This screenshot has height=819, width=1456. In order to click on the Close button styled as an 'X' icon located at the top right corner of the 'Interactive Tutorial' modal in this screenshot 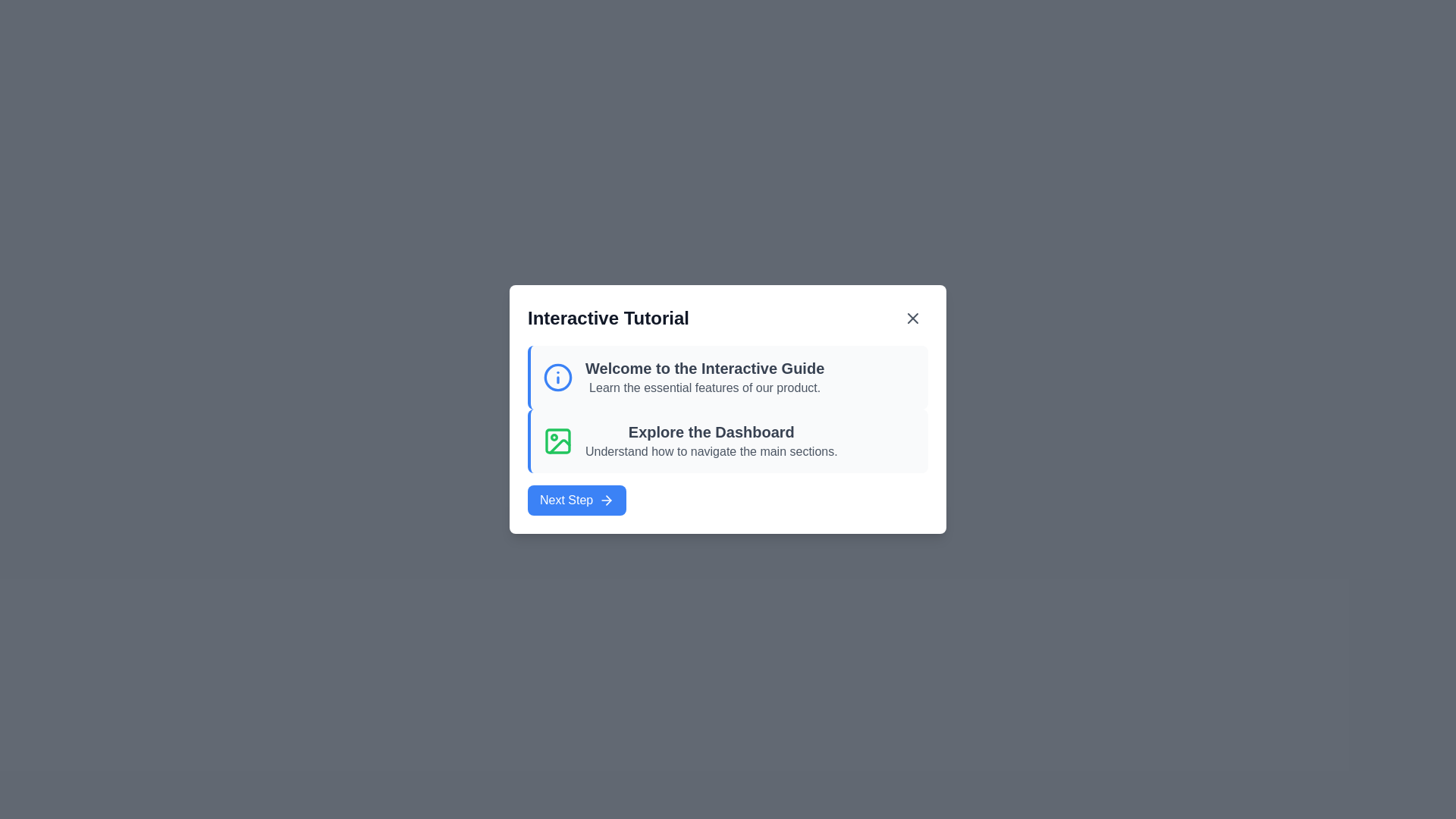, I will do `click(912, 318)`.